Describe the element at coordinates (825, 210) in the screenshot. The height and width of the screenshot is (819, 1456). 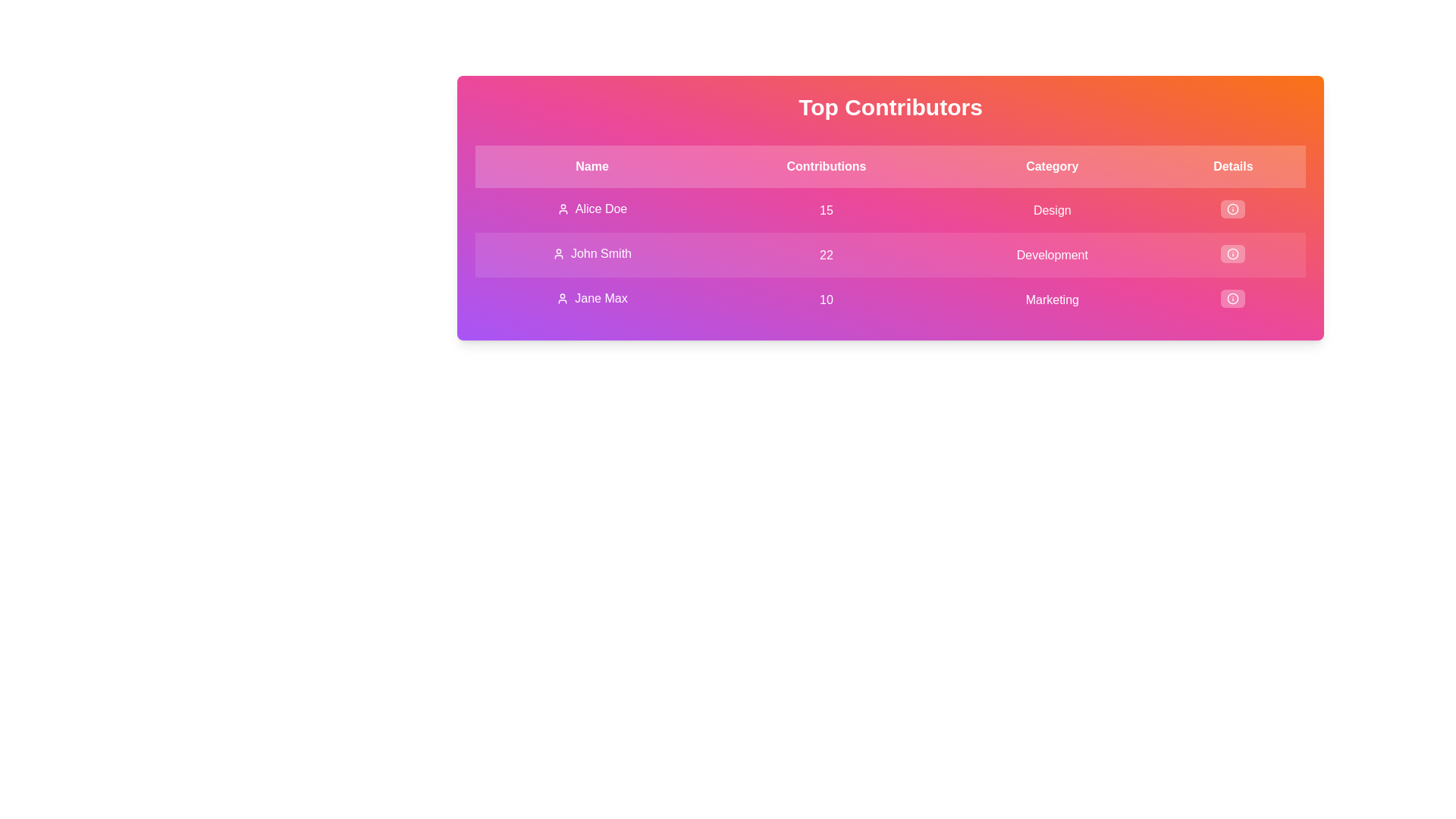
I see `the static text label displaying the contributions value for 'Alice Doe', located in the second column under the 'Contributions' header` at that location.